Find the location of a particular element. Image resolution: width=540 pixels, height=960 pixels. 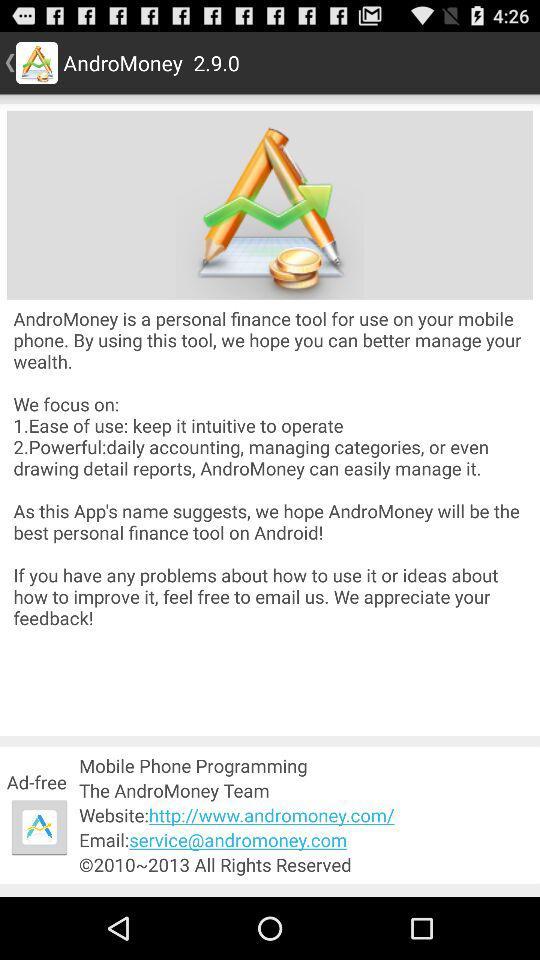

app button is located at coordinates (39, 827).